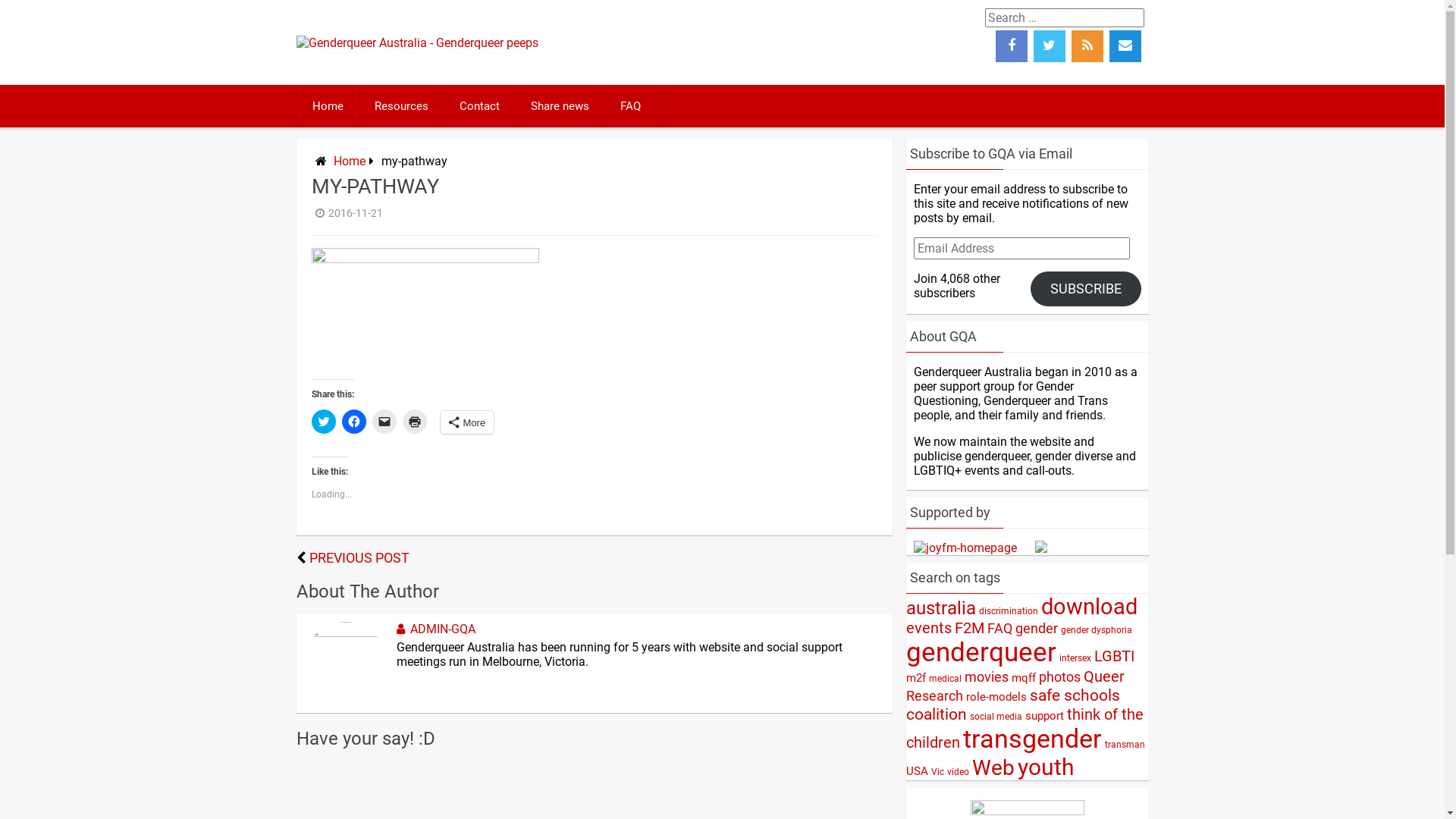 This screenshot has width=1456, height=819. Describe the element at coordinates (1093, 655) in the screenshot. I see `'LGBTI'` at that location.